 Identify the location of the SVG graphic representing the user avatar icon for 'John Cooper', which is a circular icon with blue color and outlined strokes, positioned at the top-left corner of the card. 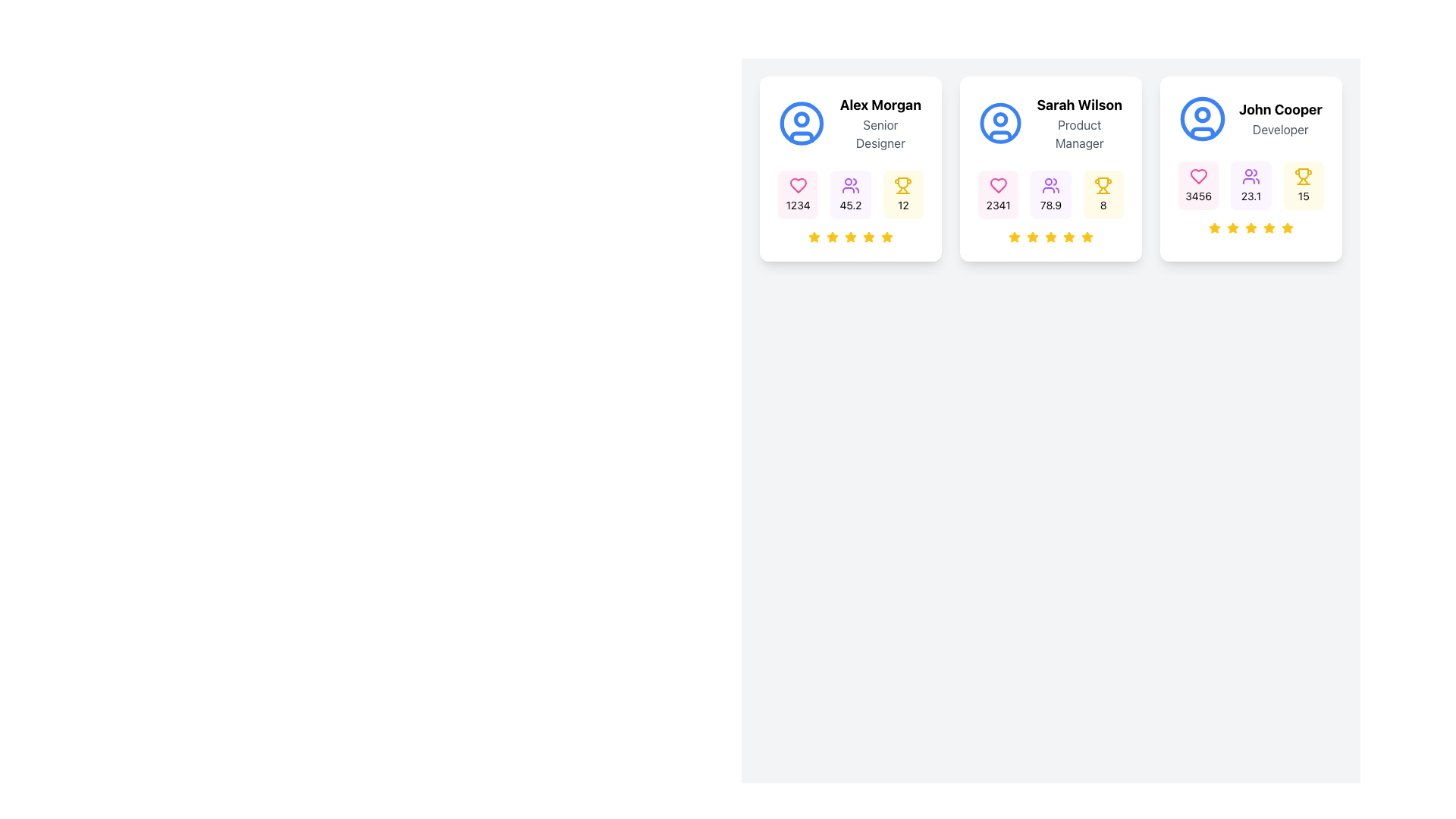
(1201, 118).